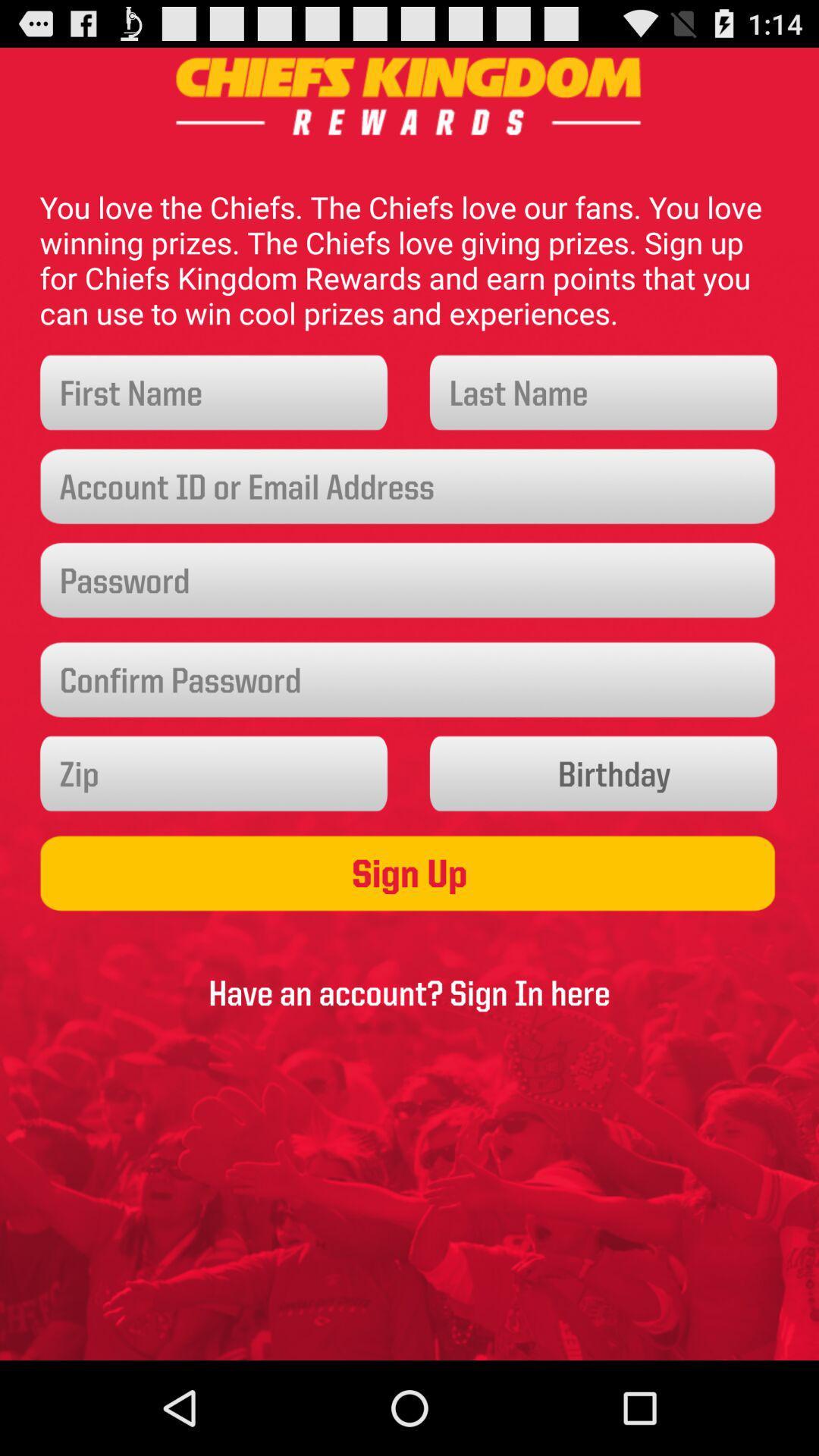 The height and width of the screenshot is (1456, 819). I want to click on share the article, so click(215, 773).